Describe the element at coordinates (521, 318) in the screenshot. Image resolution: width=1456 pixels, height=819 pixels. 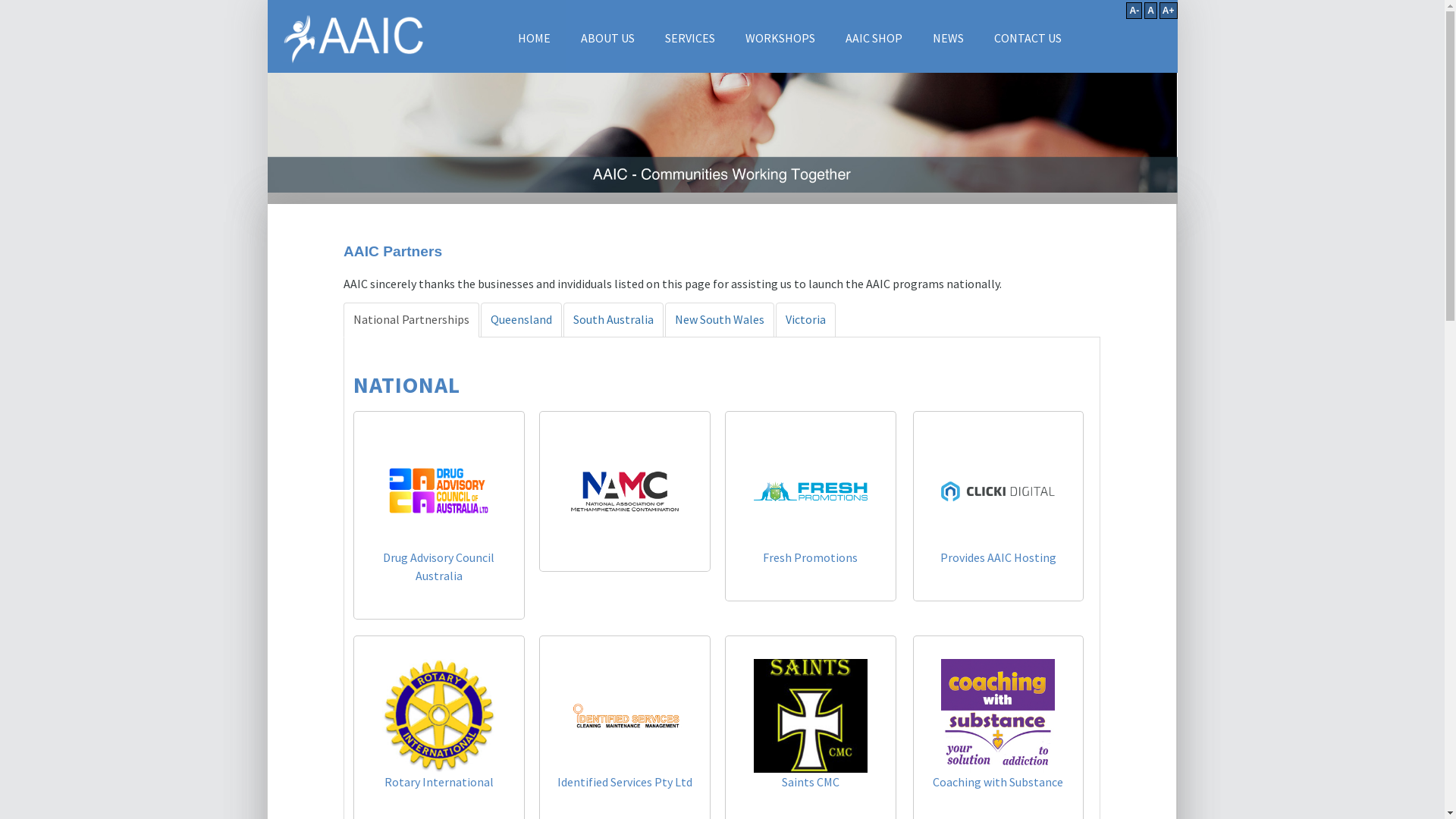
I see `'Queensland'` at that location.